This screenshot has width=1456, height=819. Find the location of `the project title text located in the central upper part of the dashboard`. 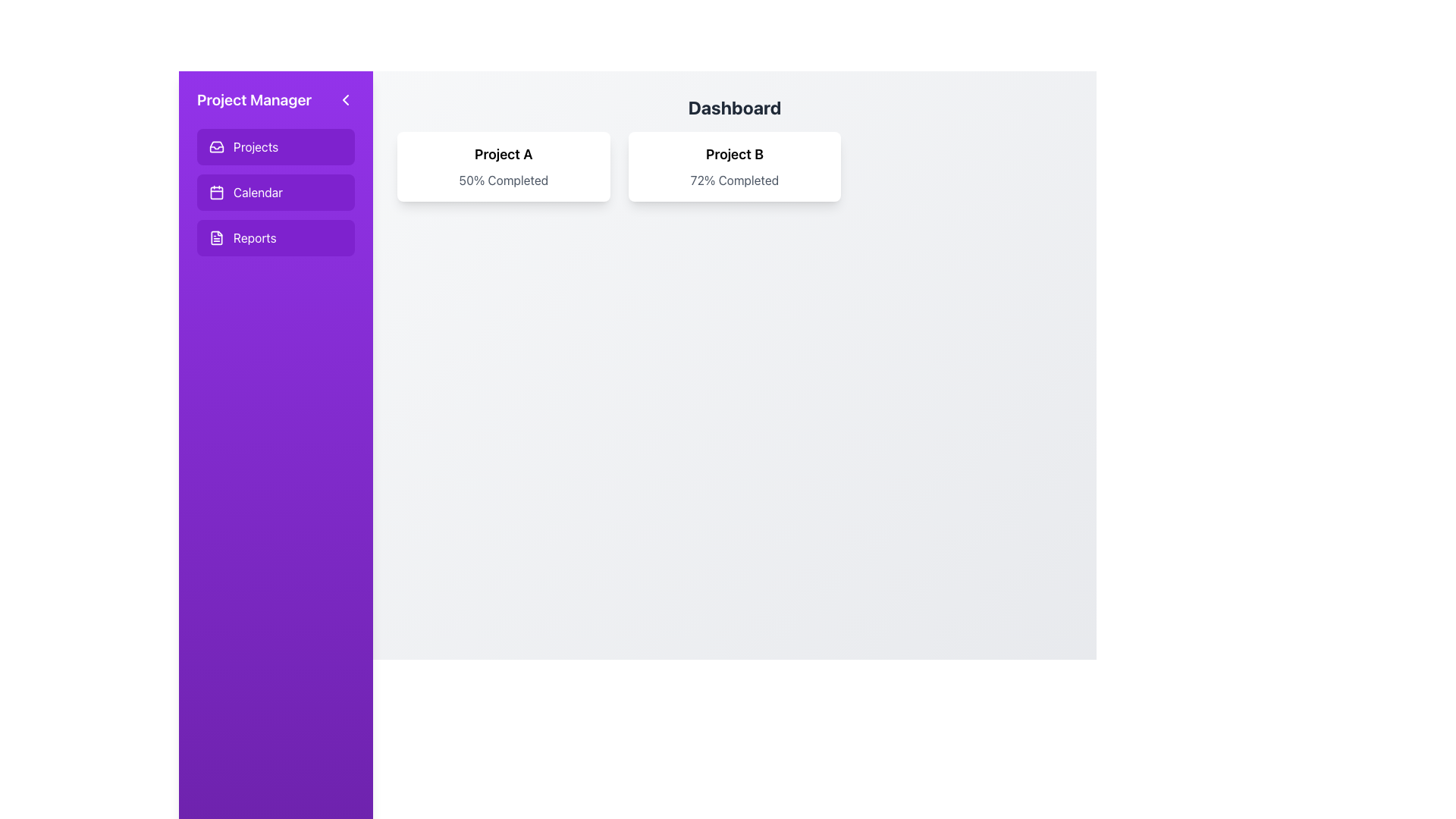

the project title text located in the central upper part of the dashboard is located at coordinates (504, 155).